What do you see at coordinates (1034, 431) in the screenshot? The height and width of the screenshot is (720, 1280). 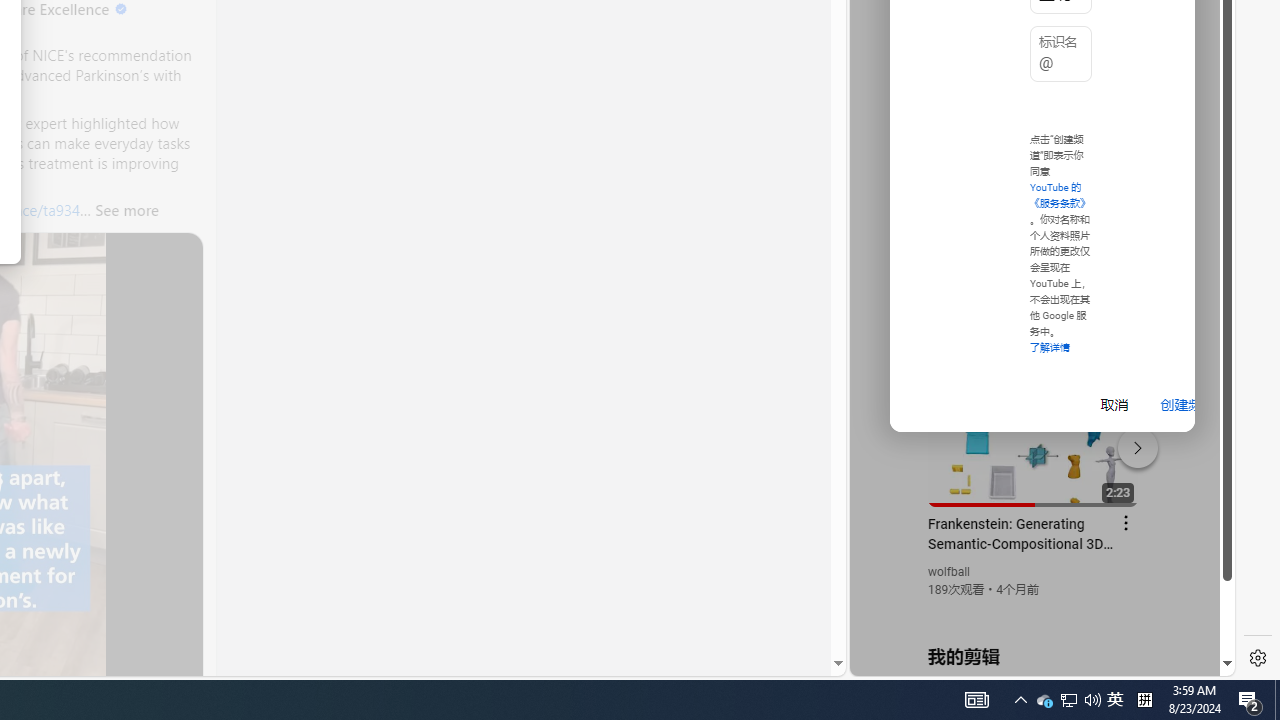 I see `'YouTube'` at bounding box center [1034, 431].